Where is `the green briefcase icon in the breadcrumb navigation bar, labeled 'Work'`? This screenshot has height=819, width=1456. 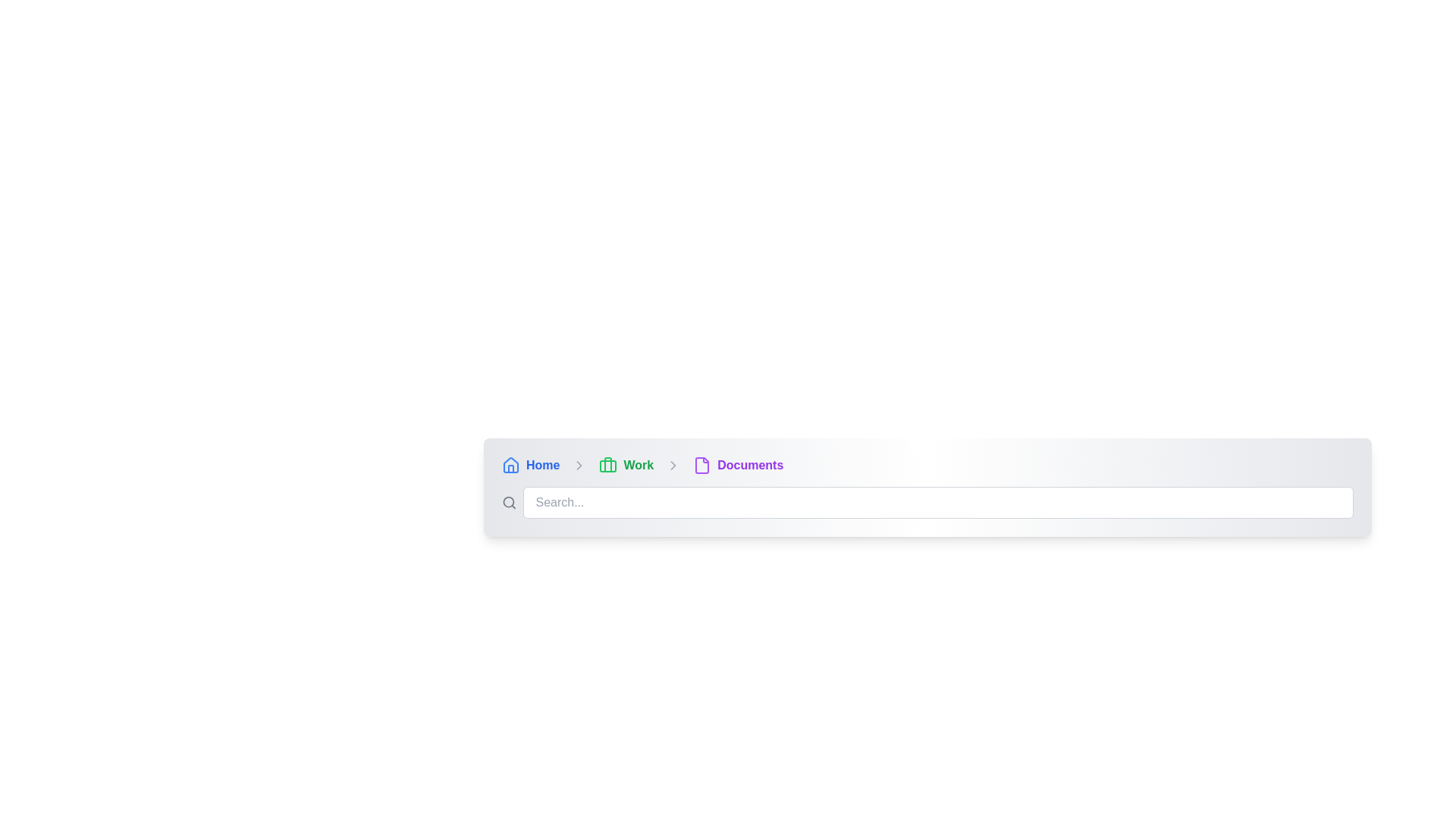
the green briefcase icon in the breadcrumb navigation bar, labeled 'Work' is located at coordinates (608, 465).